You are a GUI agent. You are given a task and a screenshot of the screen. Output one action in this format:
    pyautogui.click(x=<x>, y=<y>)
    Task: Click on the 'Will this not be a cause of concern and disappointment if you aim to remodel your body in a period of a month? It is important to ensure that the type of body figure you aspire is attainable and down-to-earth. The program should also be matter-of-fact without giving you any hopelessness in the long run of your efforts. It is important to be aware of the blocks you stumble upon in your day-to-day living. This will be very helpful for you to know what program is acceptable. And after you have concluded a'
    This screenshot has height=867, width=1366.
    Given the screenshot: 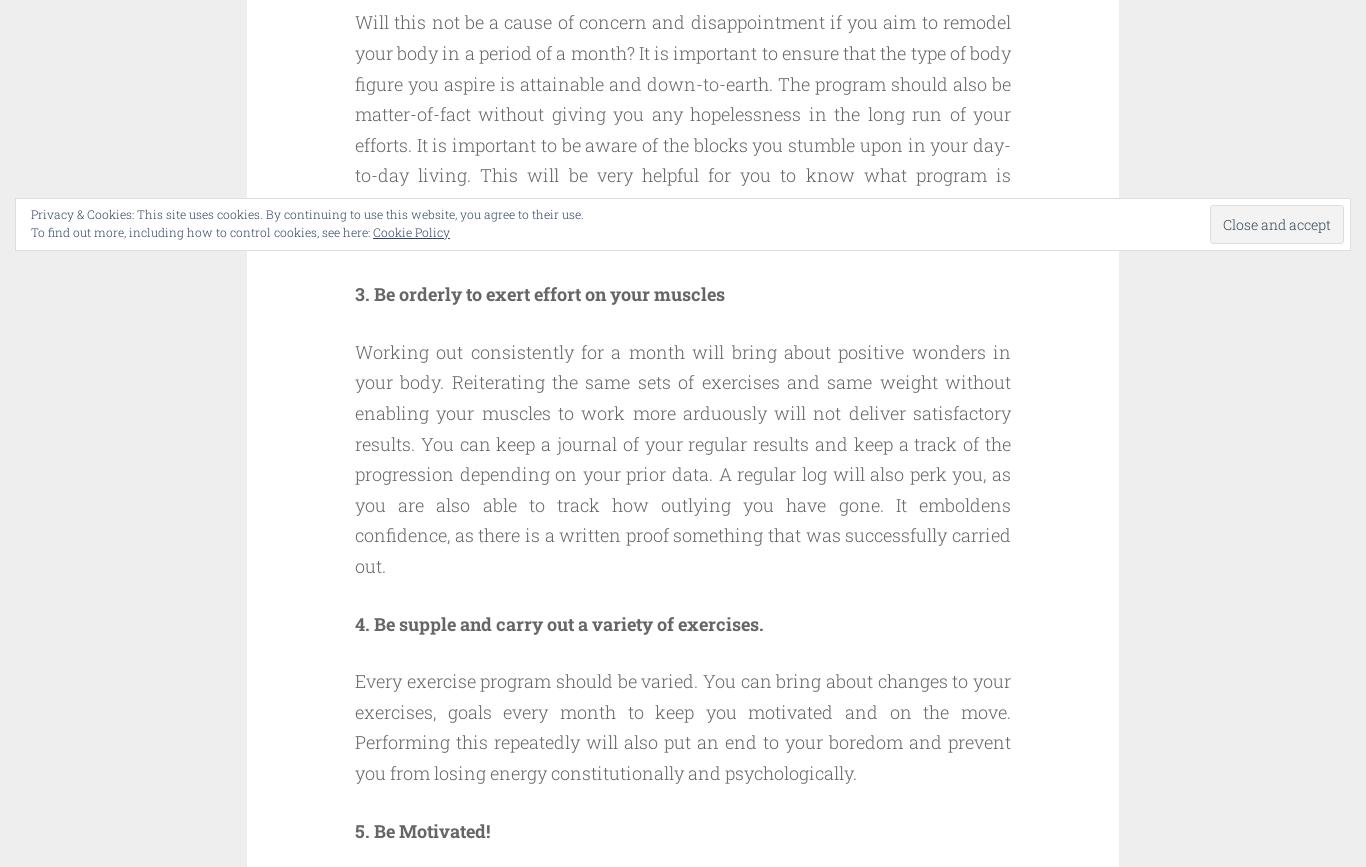 What is the action you would take?
    pyautogui.click(x=354, y=114)
    